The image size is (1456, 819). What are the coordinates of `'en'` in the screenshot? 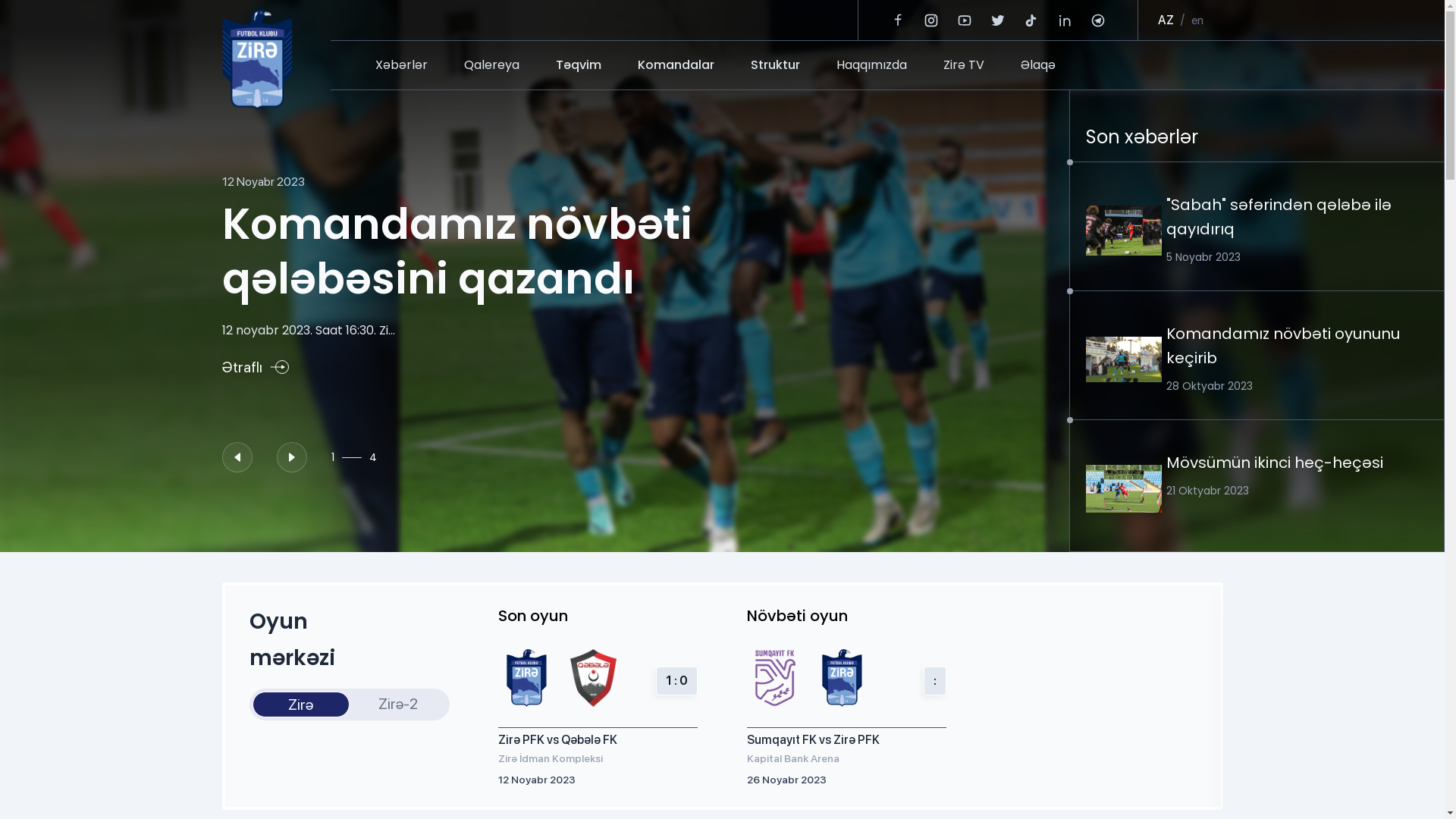 It's located at (1196, 20).